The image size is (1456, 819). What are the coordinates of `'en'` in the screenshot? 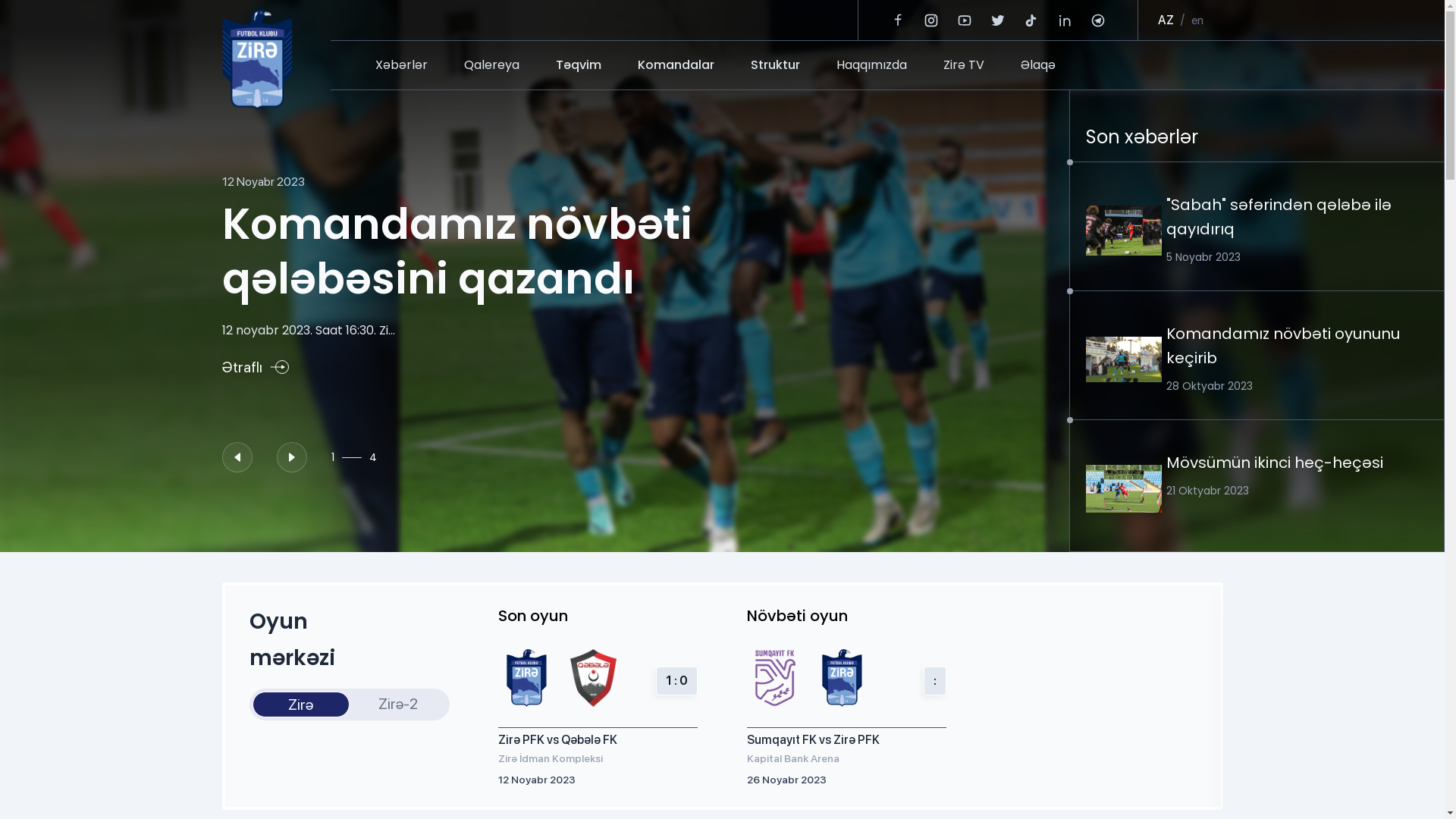 It's located at (1196, 20).